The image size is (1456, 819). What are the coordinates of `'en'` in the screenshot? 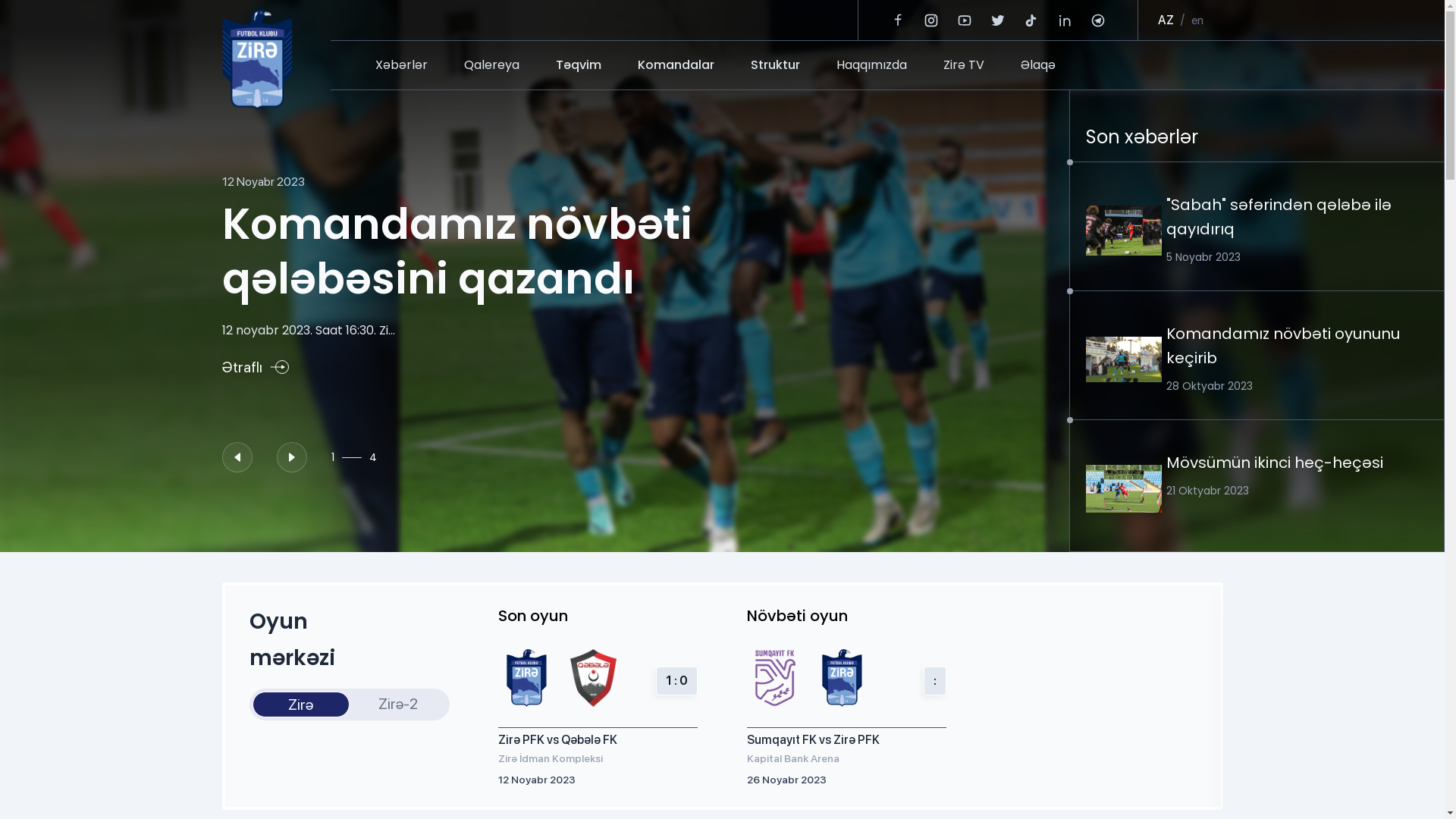 It's located at (1196, 20).